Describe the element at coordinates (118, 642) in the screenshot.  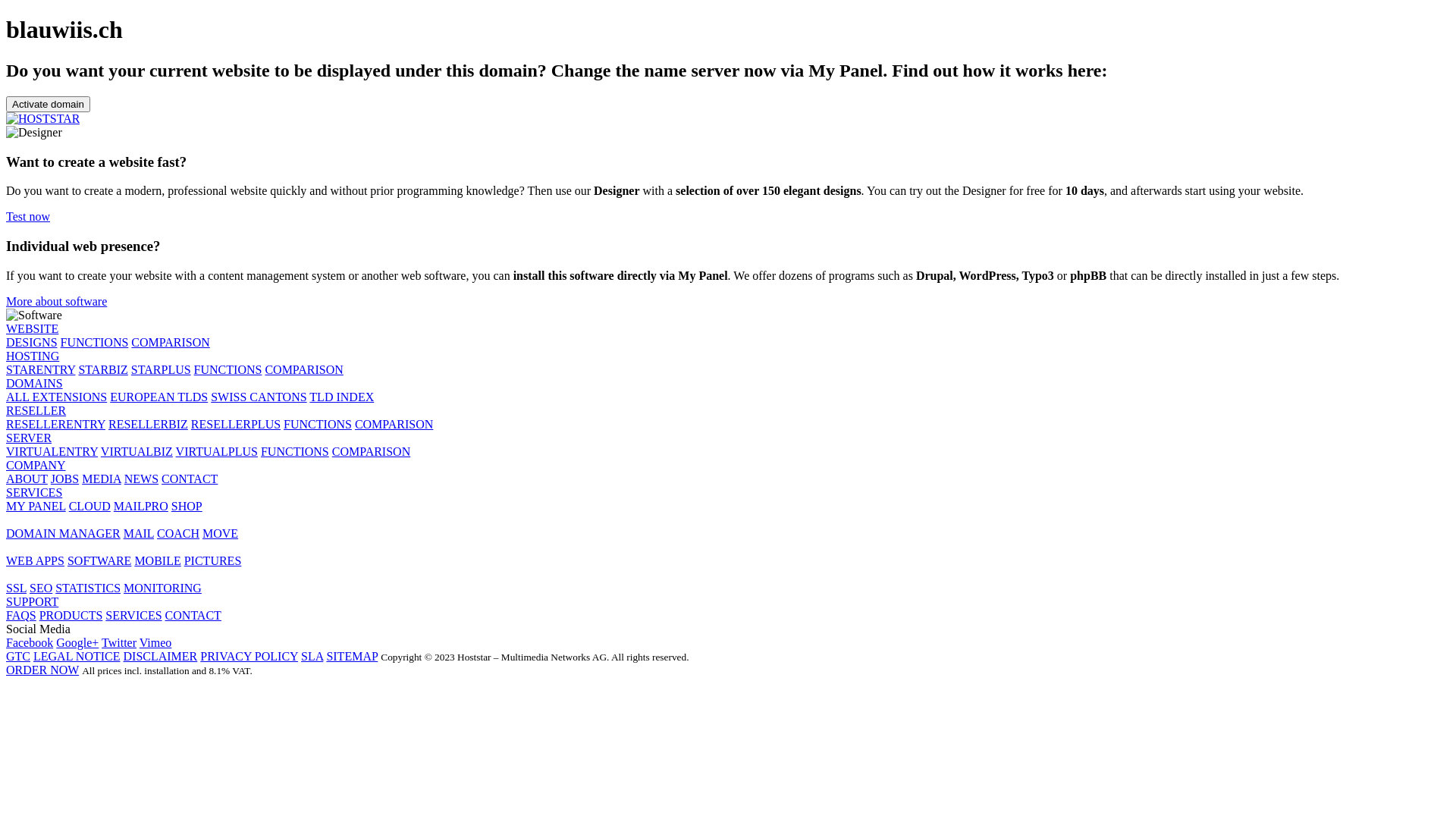
I see `'Twitter'` at that location.